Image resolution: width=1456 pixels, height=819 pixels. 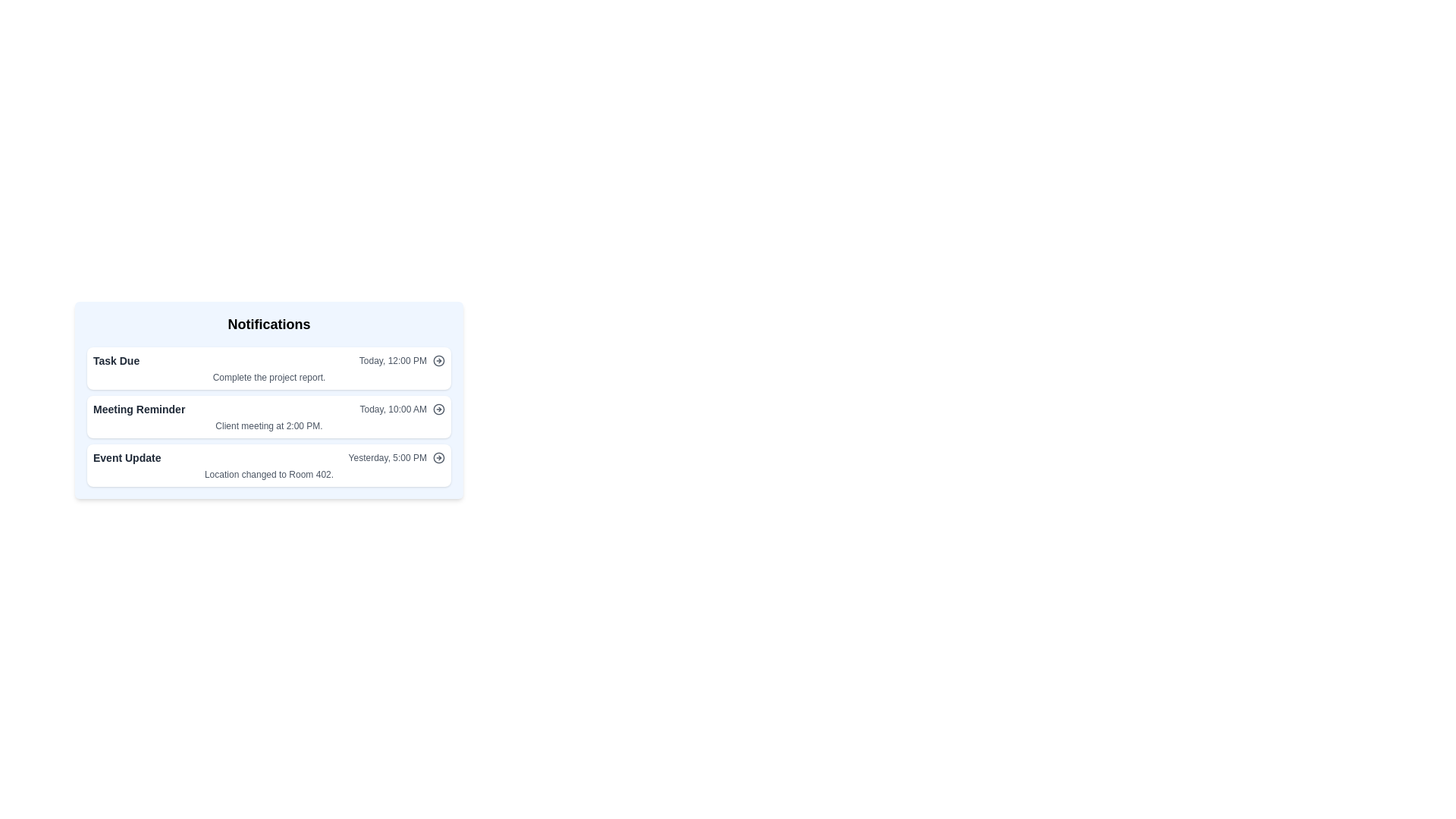 What do you see at coordinates (438, 409) in the screenshot?
I see `the circular outline element that is part of the notification list item, positioned to the right of the text content` at bounding box center [438, 409].